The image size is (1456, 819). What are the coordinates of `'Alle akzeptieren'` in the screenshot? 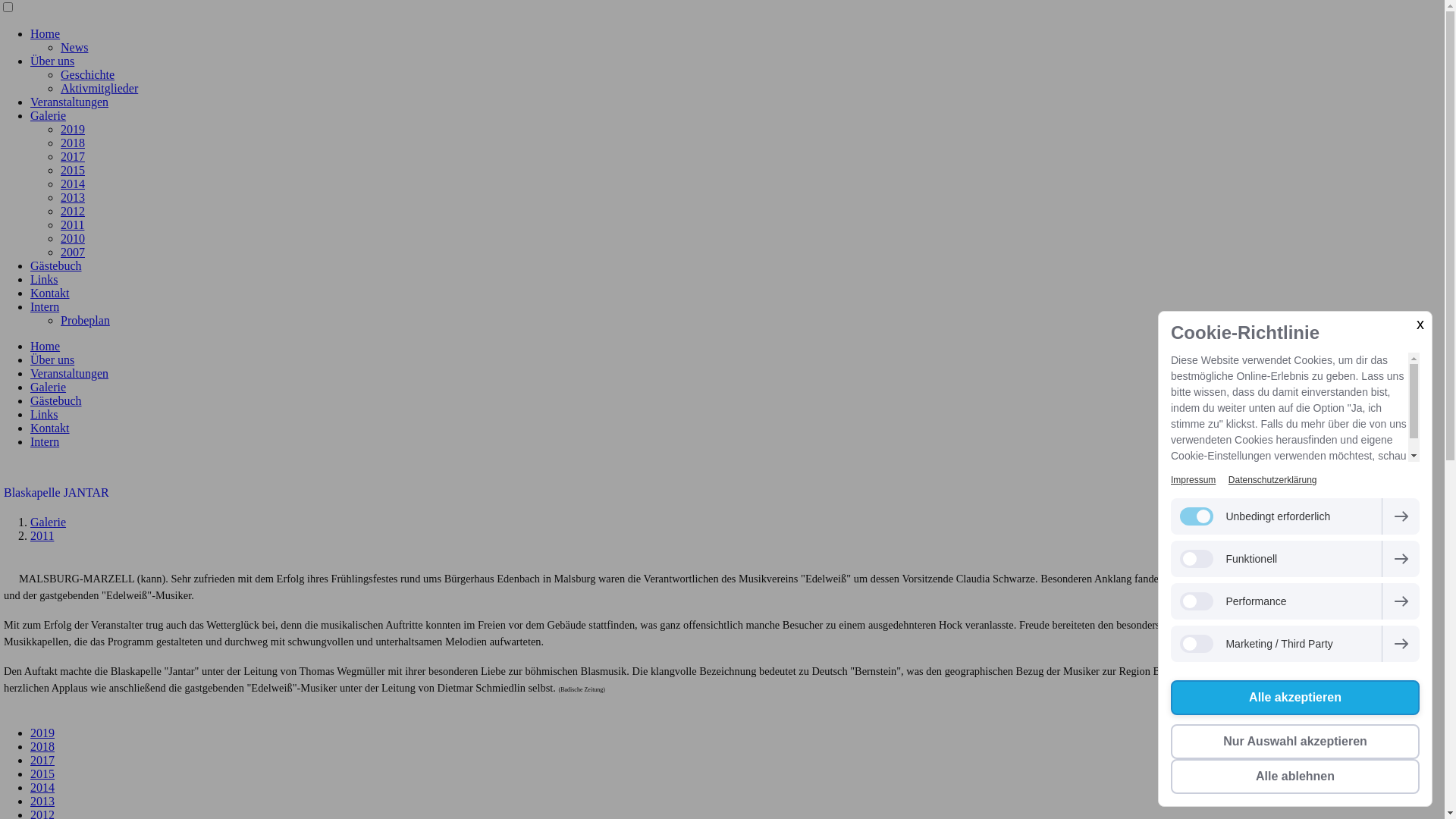 It's located at (1294, 698).